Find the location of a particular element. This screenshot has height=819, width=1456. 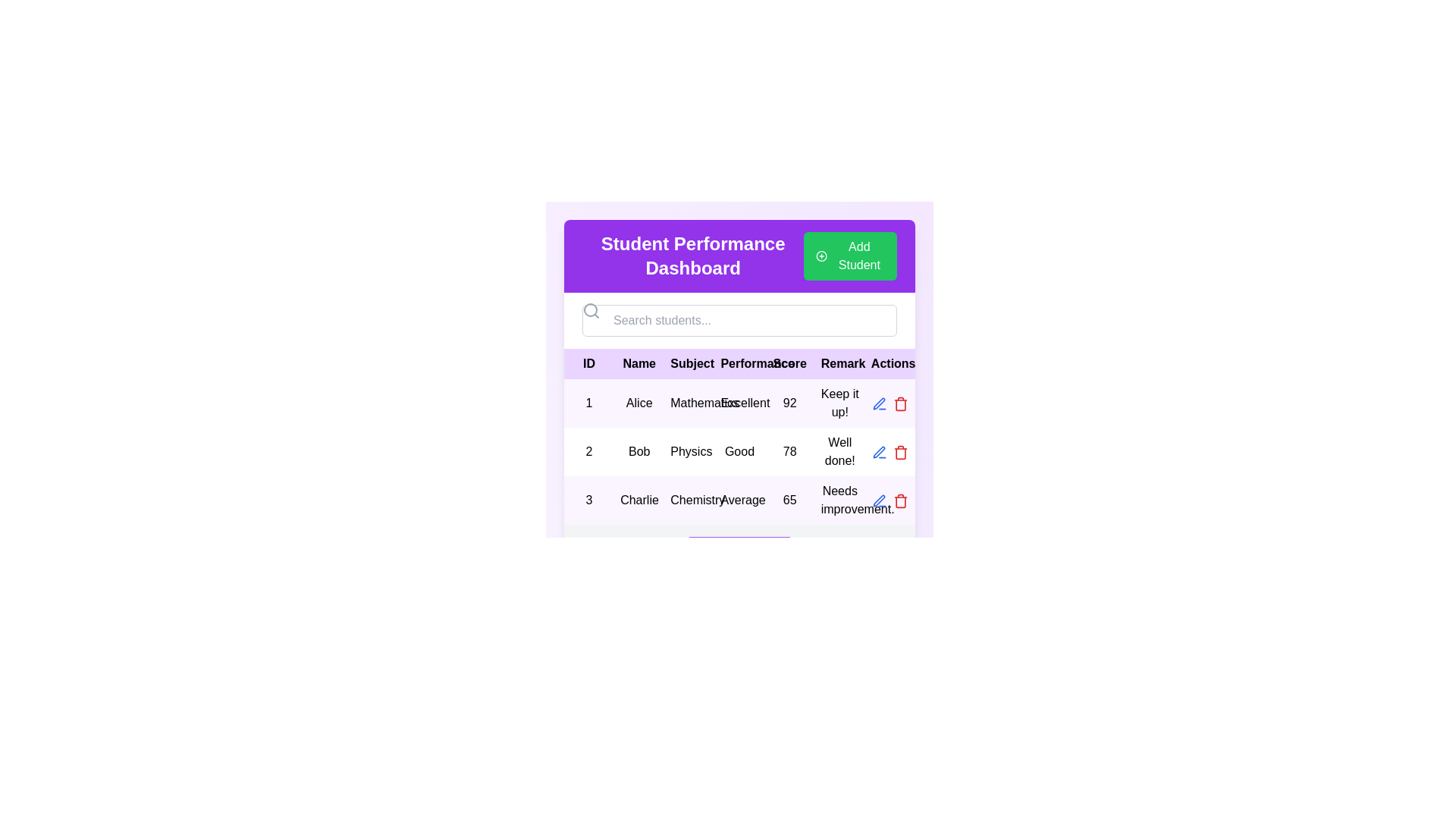

information presented in the second row of the data table, which contains details about the individual named 'Bob', associated with 'Physics', scored '78', and marked as 'Good' is located at coordinates (739, 451).